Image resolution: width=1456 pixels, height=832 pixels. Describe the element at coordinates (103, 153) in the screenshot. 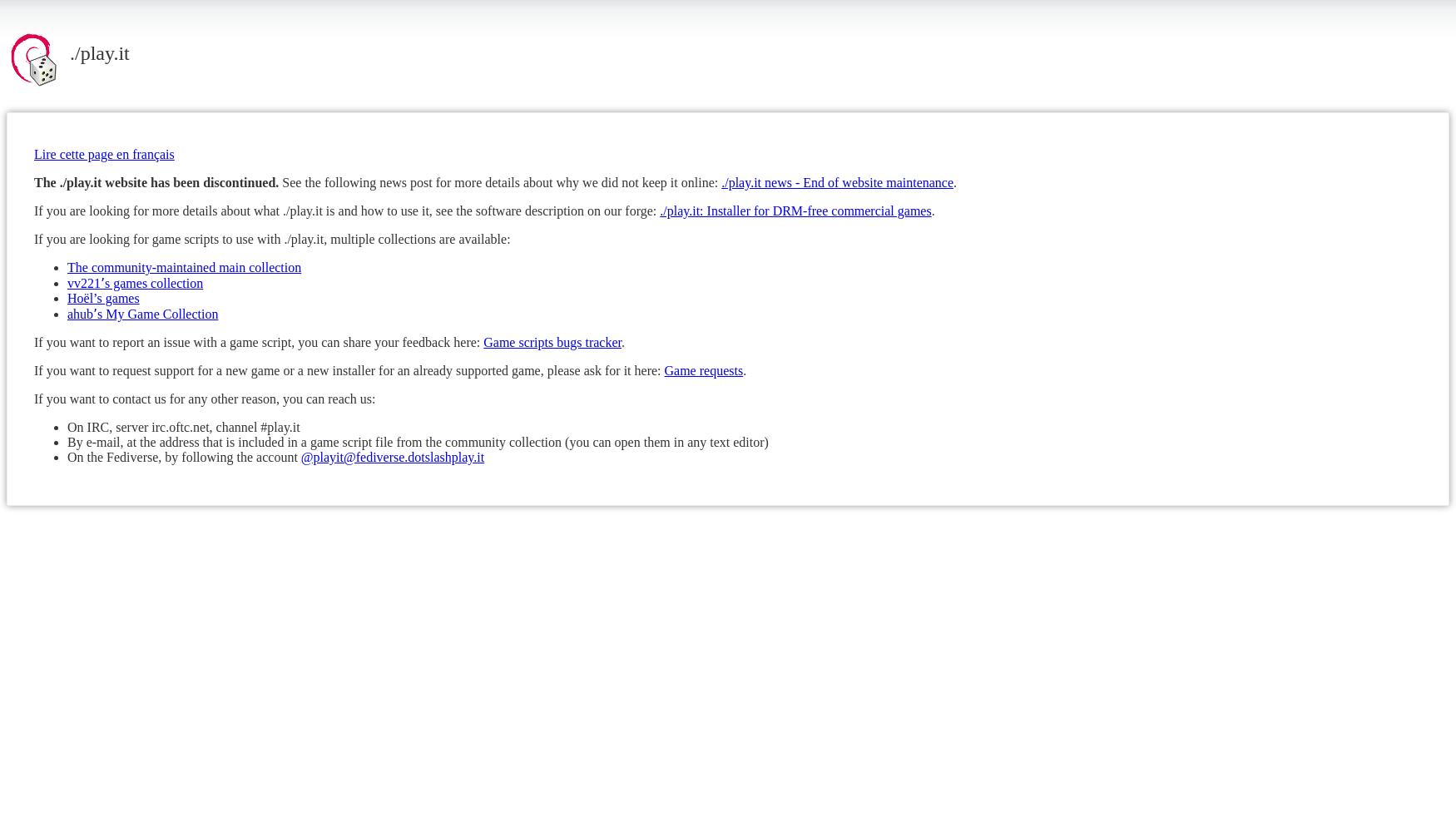

I see `'Lire cette page en français'` at that location.